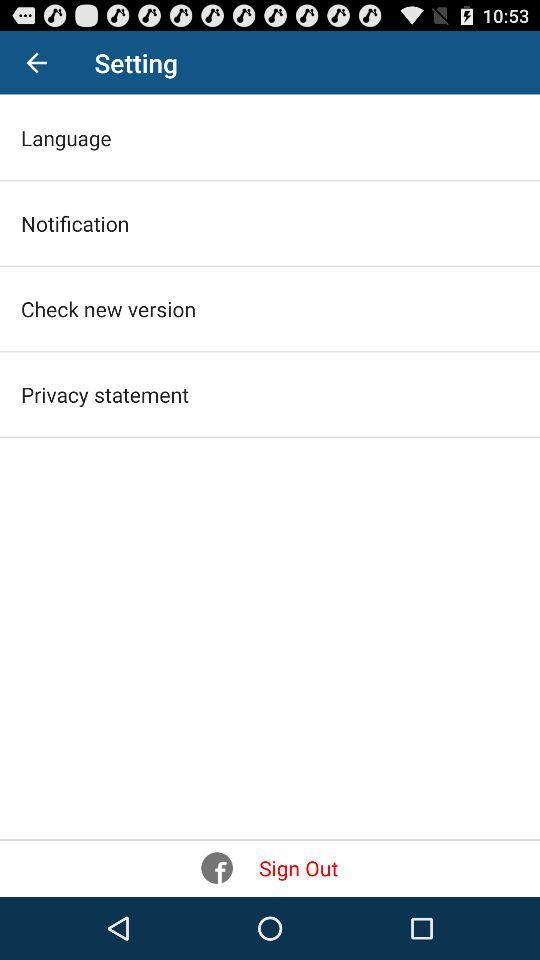 This screenshot has width=540, height=960. Describe the element at coordinates (36, 62) in the screenshot. I see `icon above language icon` at that location.